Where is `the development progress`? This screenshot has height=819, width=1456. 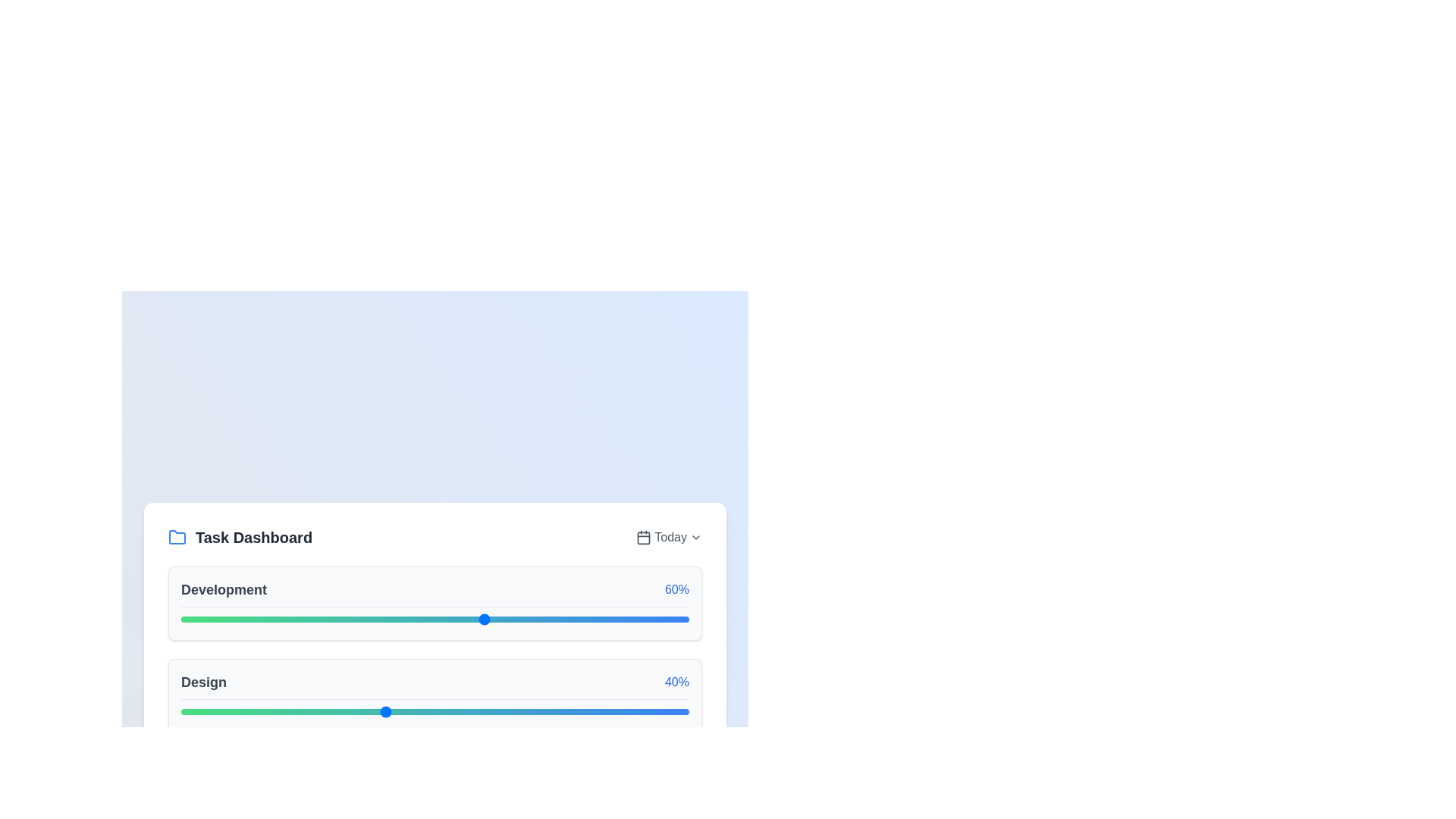 the development progress is located at coordinates (333, 620).